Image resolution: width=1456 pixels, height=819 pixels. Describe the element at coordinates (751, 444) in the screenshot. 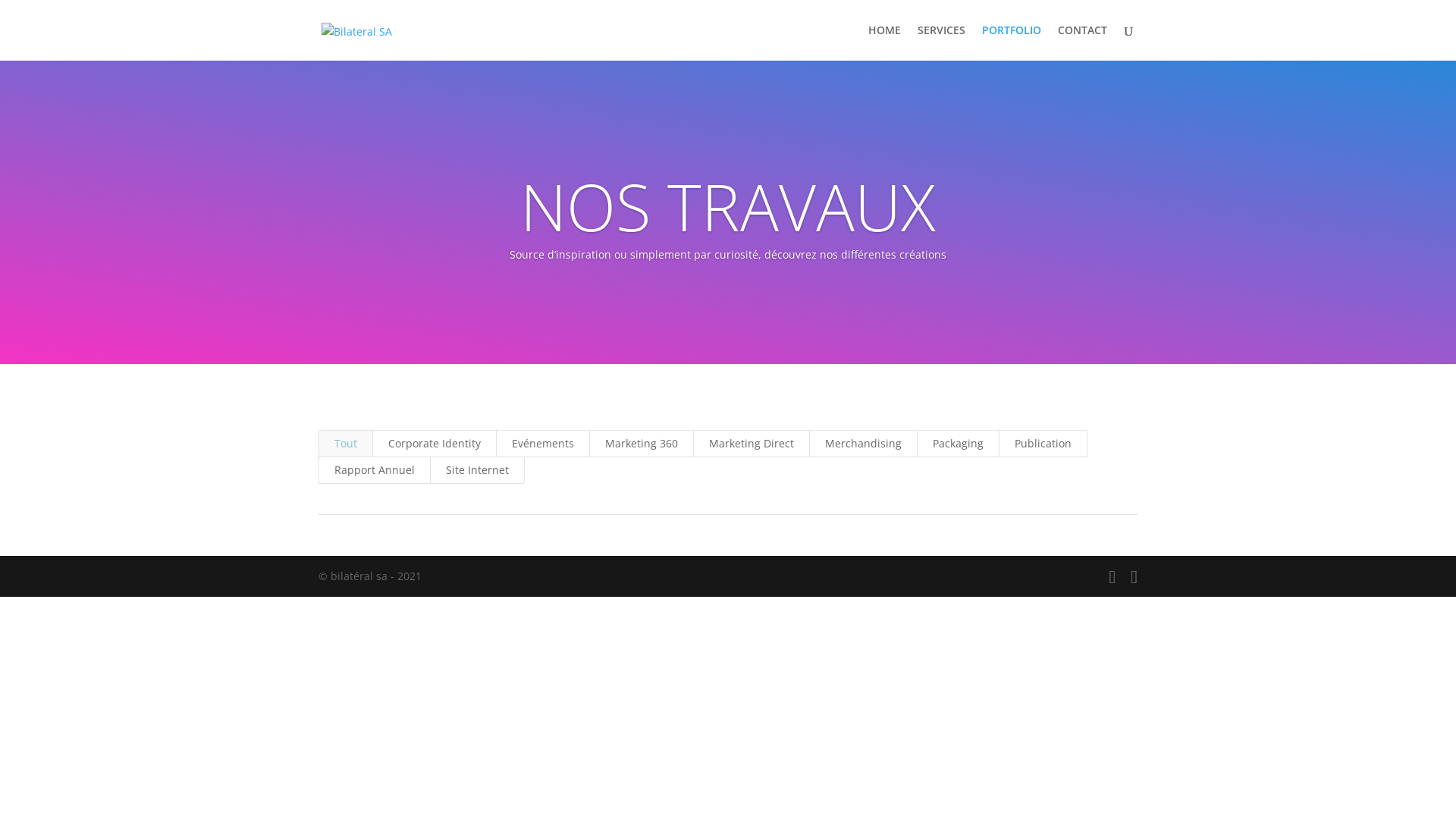

I see `'Marketing Direct'` at that location.